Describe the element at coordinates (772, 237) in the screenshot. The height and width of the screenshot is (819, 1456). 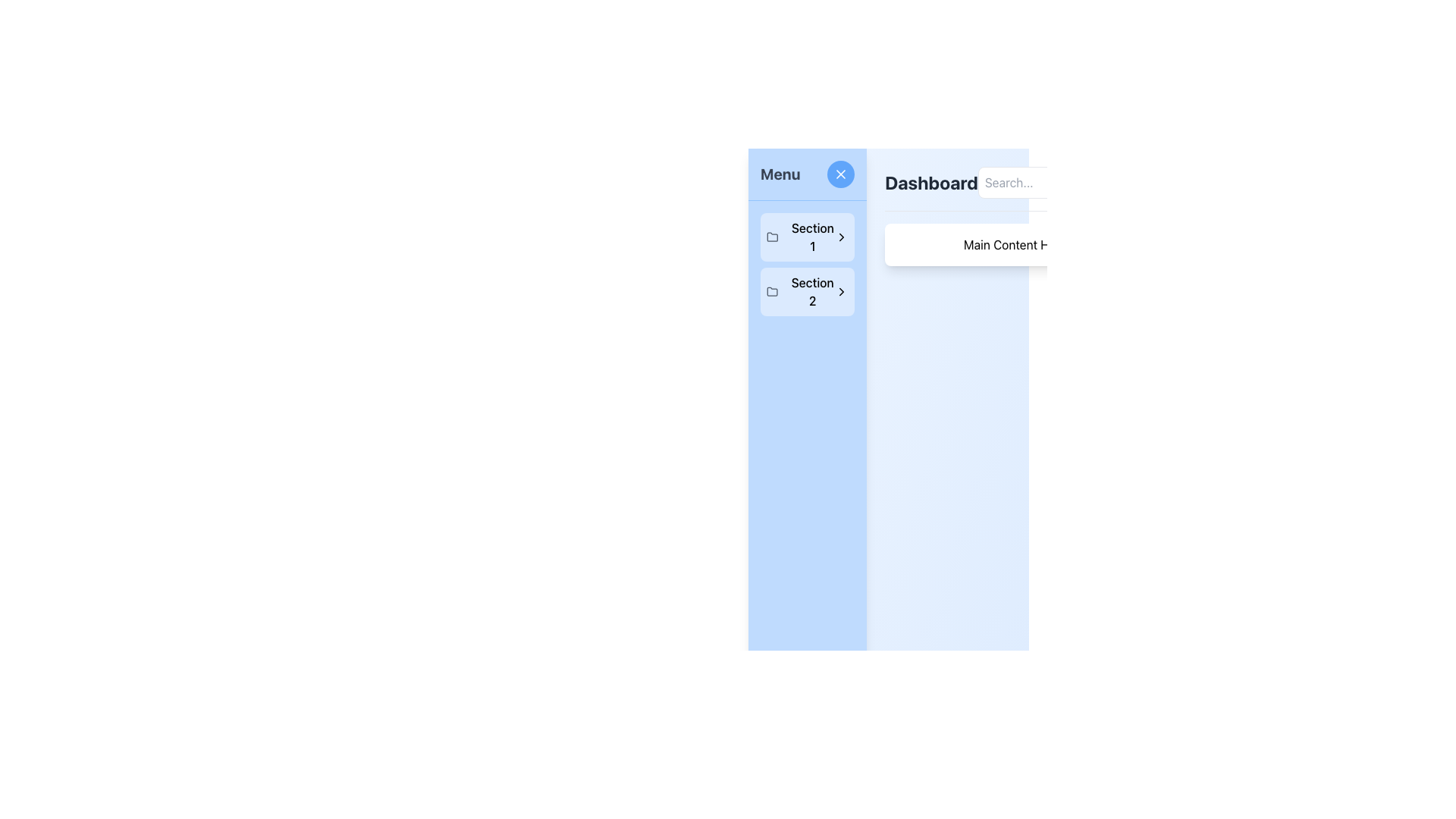
I see `the minimalist gray folder icon located in the left sidebar before the text 'Section 1' to check for any tooltip appearance` at that location.